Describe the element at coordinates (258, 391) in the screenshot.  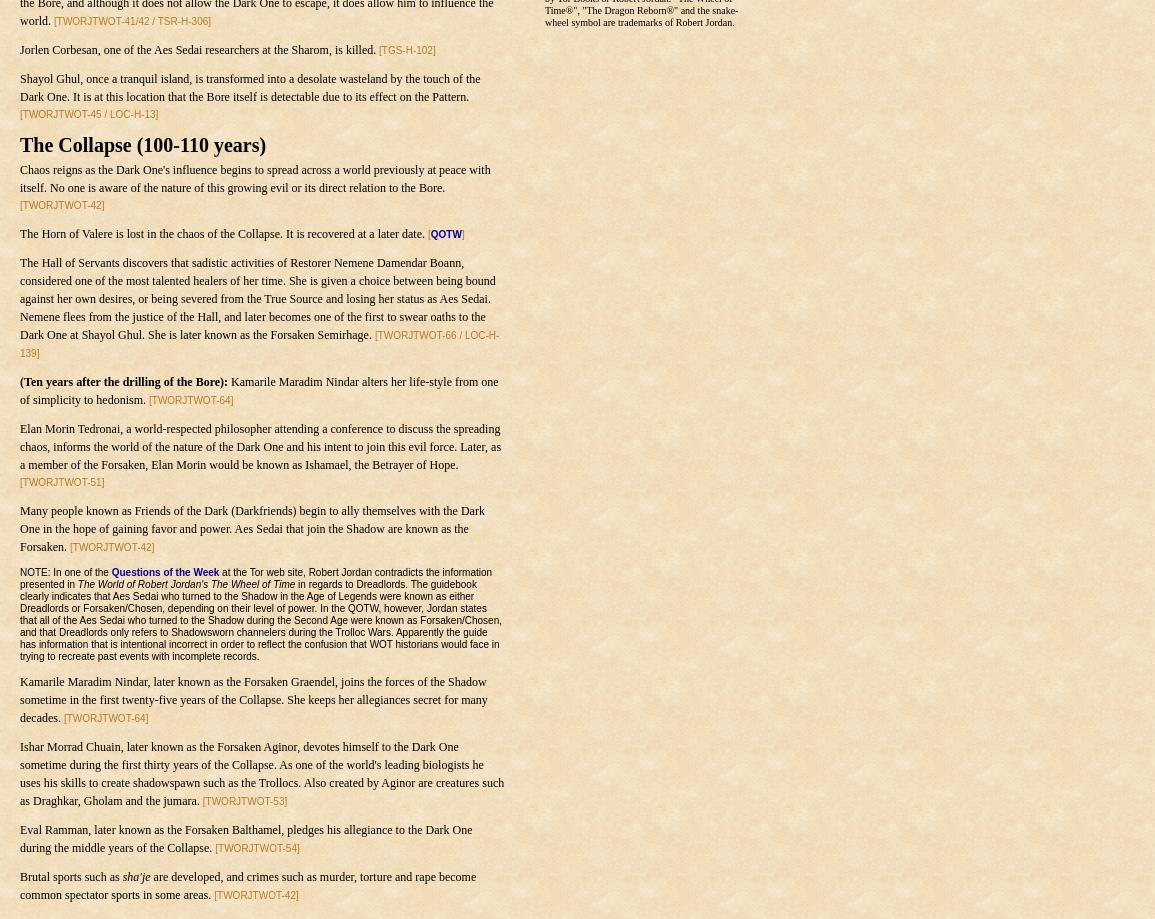
I see `'Kamarile Maradim Nindar alters her life-style from one of simplicity to hedonism.'` at that location.